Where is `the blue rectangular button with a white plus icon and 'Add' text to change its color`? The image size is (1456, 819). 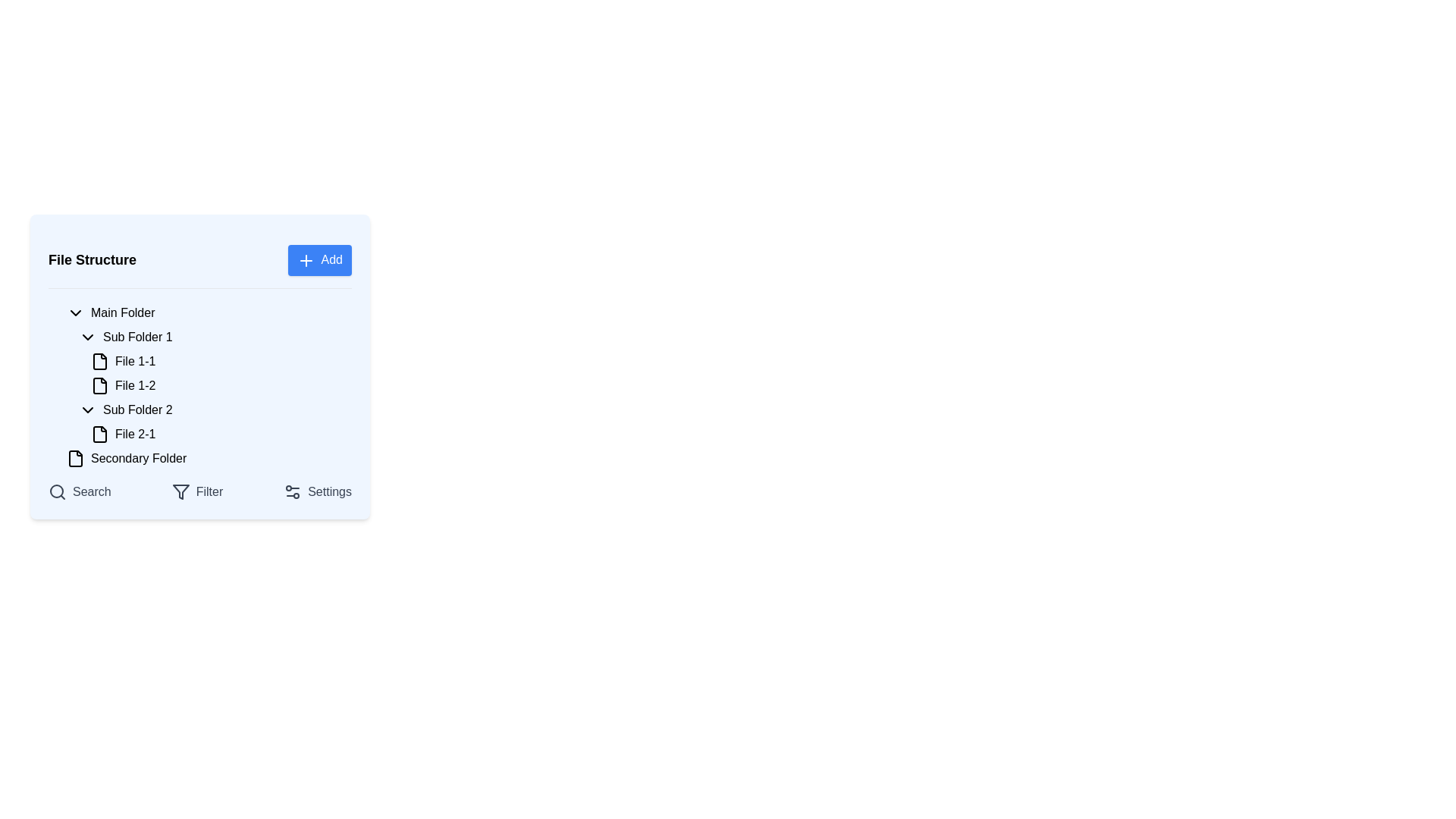
the blue rectangular button with a white plus icon and 'Add' text to change its color is located at coordinates (319, 259).